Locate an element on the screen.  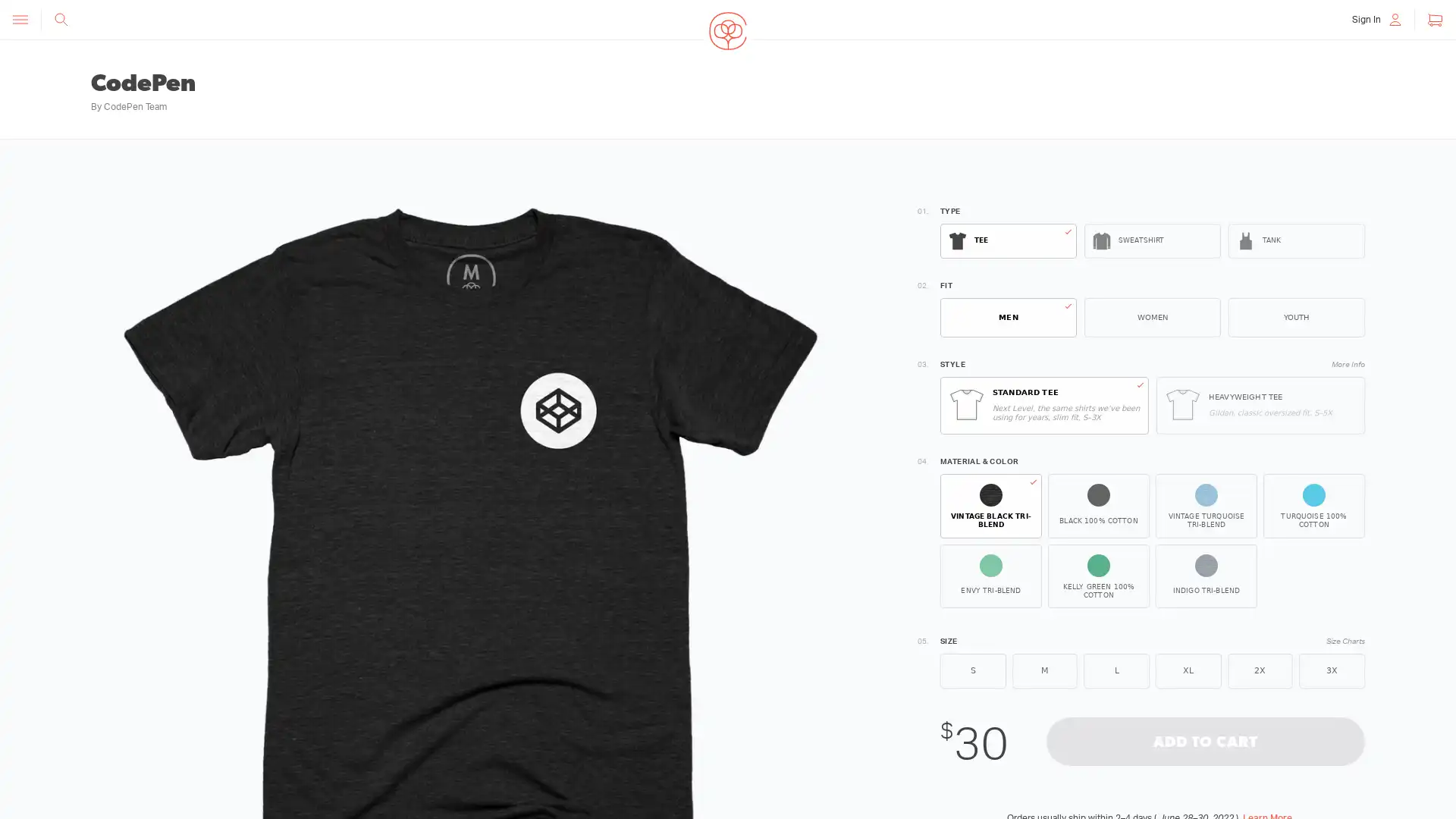
TEE is located at coordinates (1008, 240).